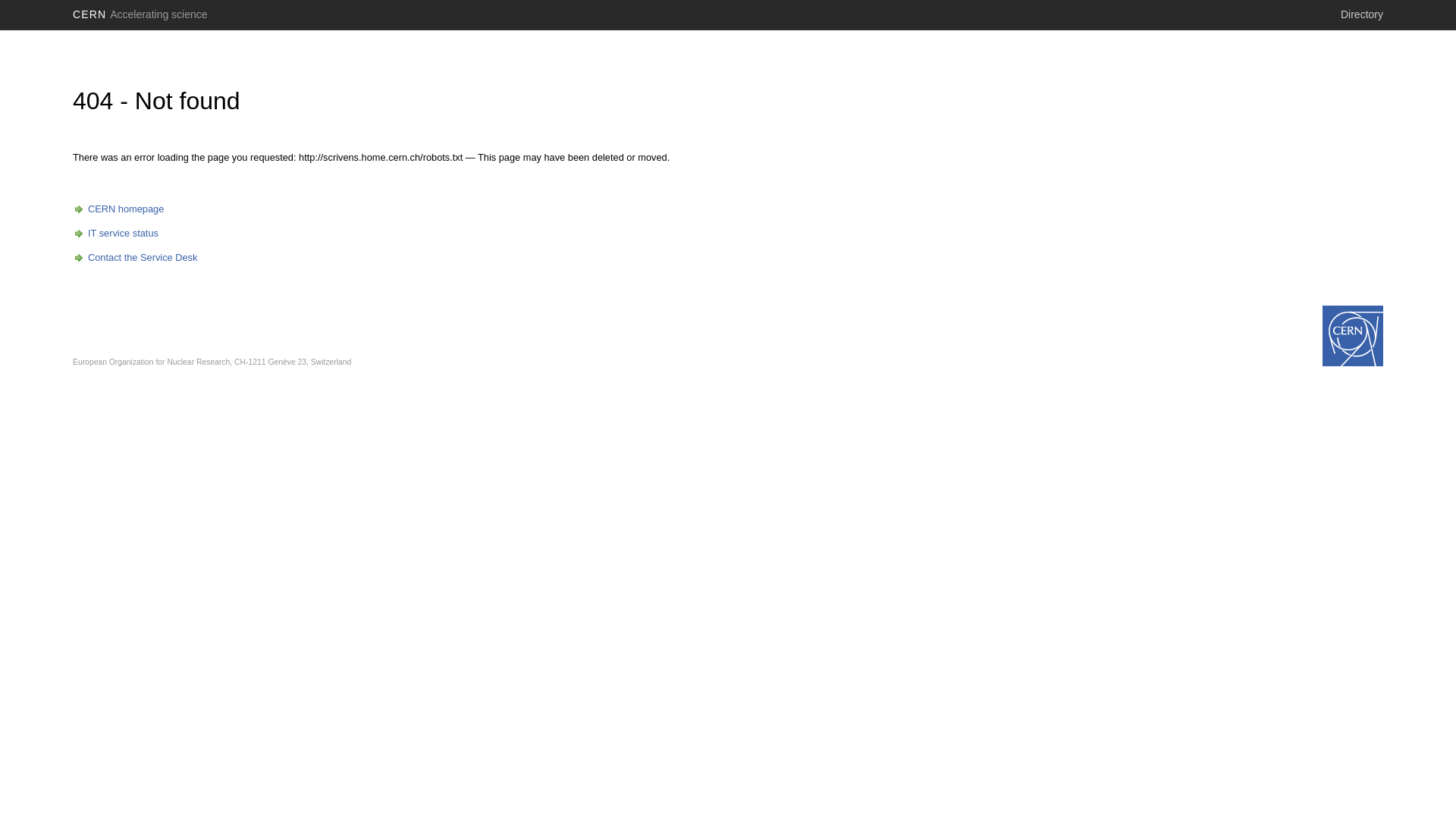 The width and height of the screenshot is (1456, 819). What do you see at coordinates (72, 209) in the screenshot?
I see `'CERN homepage'` at bounding box center [72, 209].